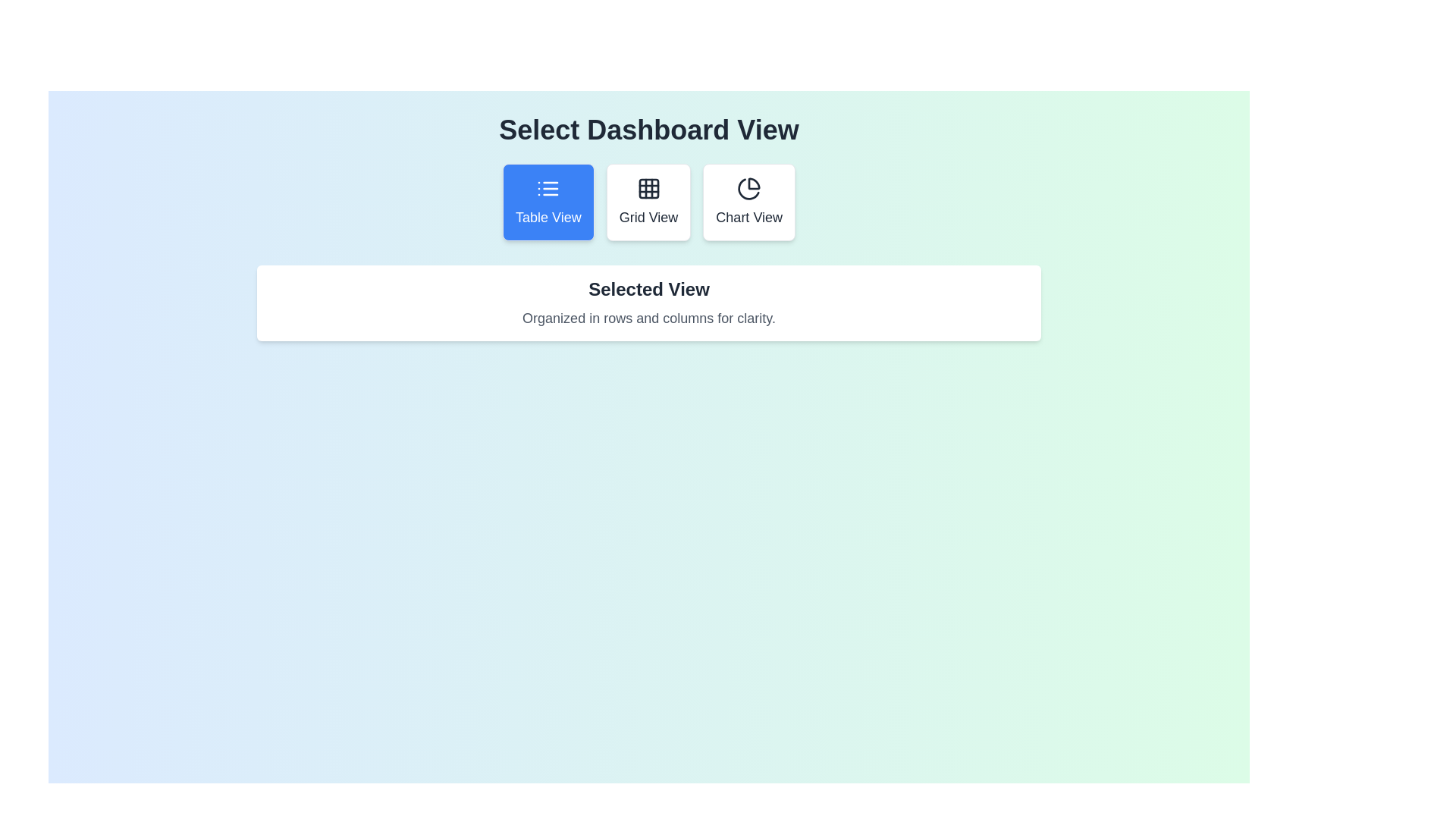 Image resolution: width=1456 pixels, height=819 pixels. What do you see at coordinates (749, 201) in the screenshot?
I see `the Chart View button to see its hover effect` at bounding box center [749, 201].